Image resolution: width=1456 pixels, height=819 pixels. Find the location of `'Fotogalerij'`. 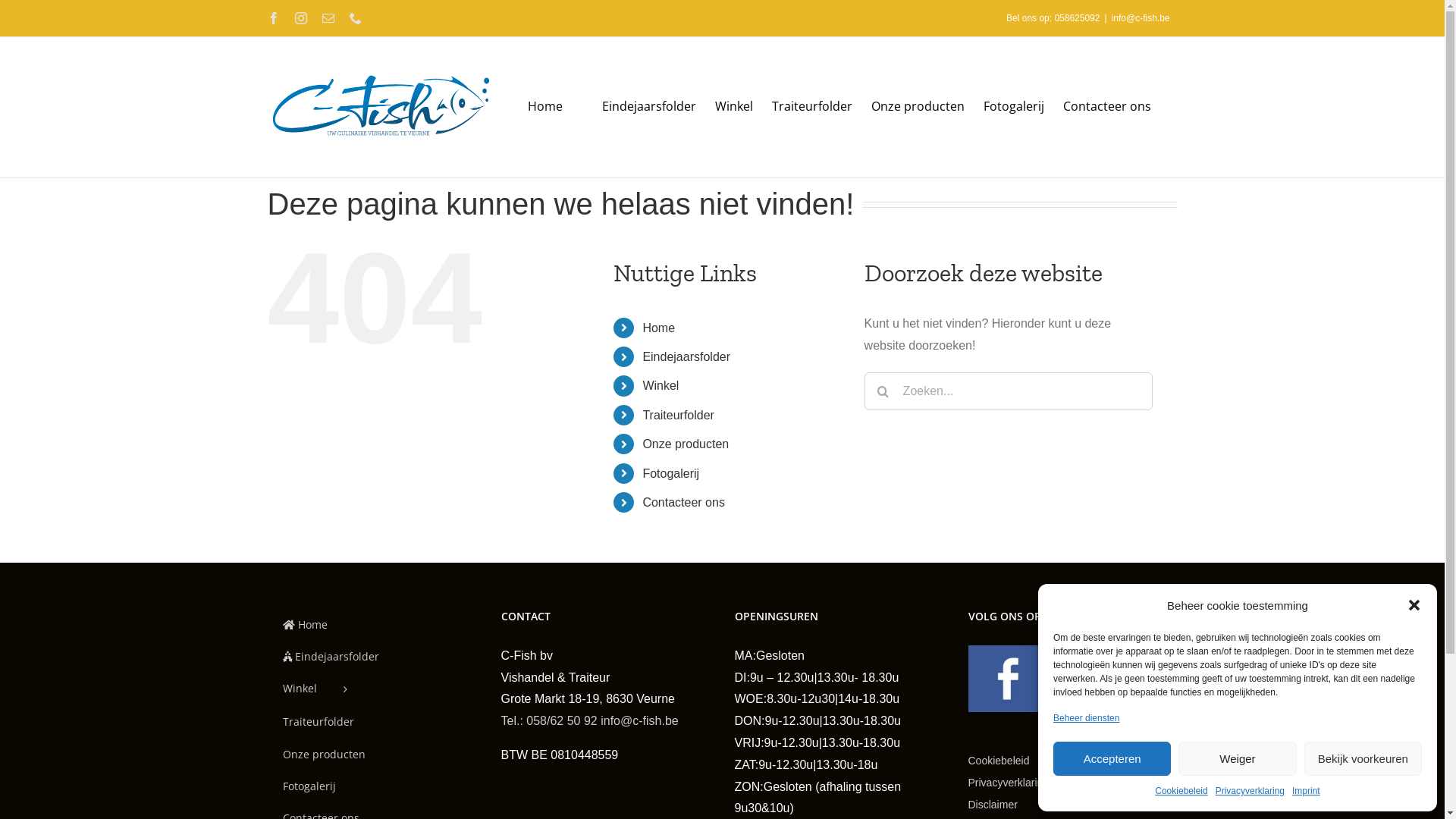

'Fotogalerij' is located at coordinates (1012, 105).